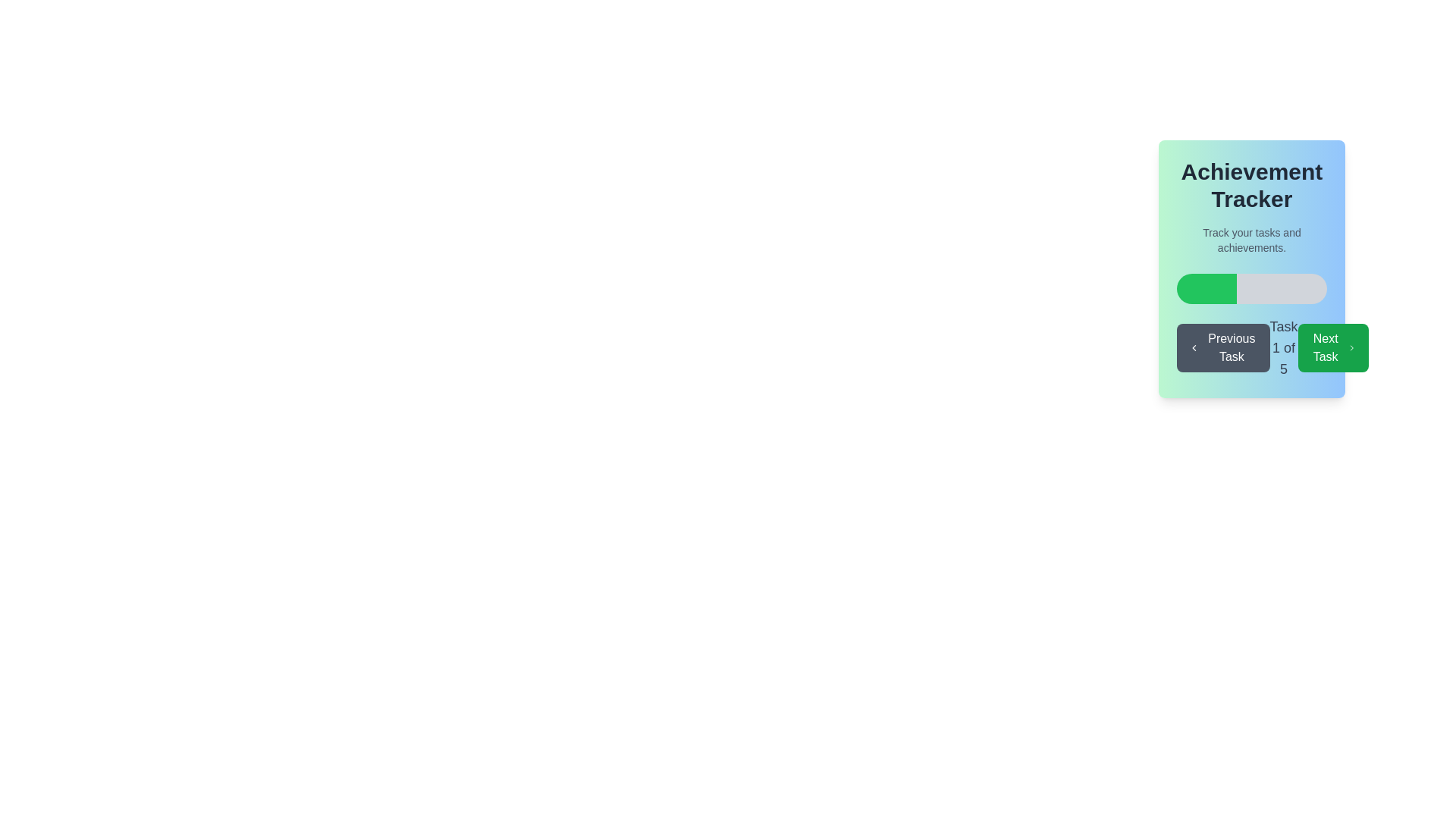 The image size is (1456, 819). What do you see at coordinates (1251, 348) in the screenshot?
I see `the 'Previous Task' button located on the left side of the Navigation Bar` at bounding box center [1251, 348].